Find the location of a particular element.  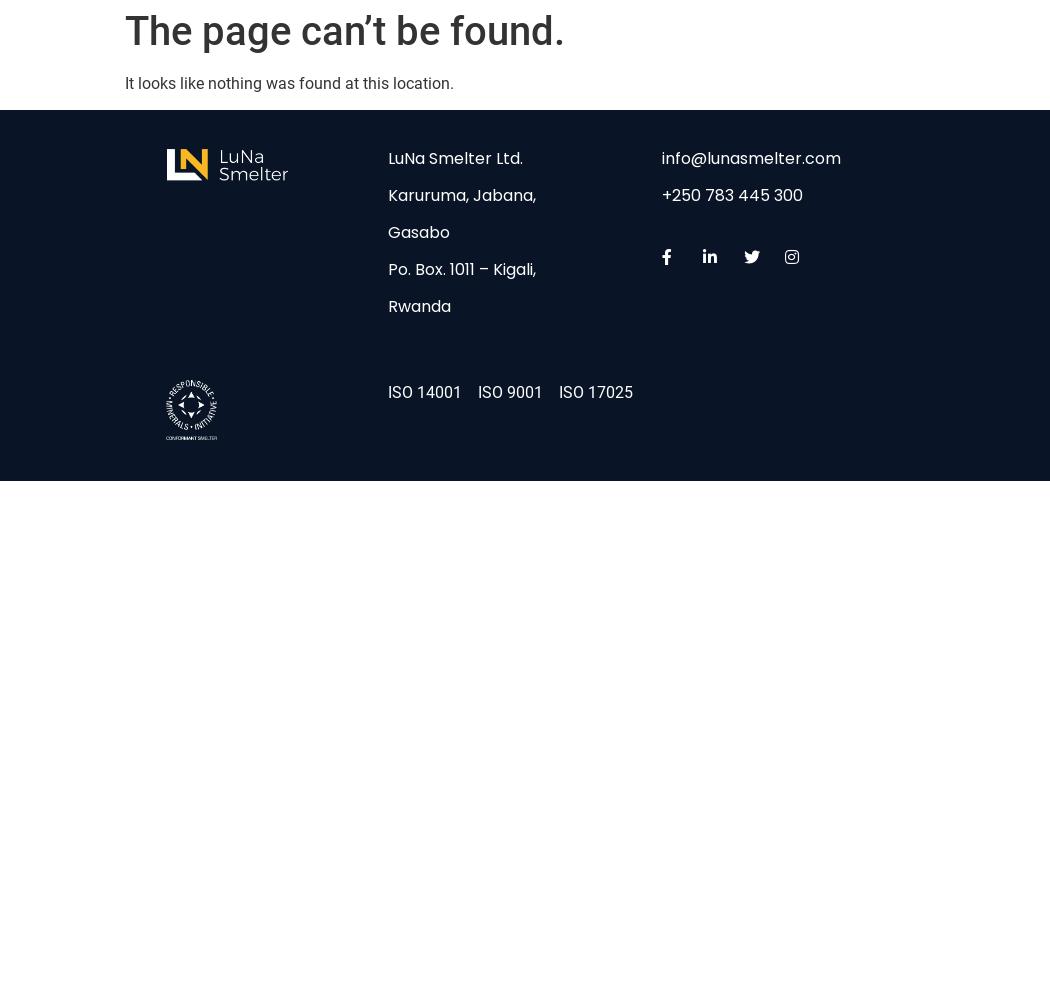

'+250 783 445 300' is located at coordinates (731, 194).